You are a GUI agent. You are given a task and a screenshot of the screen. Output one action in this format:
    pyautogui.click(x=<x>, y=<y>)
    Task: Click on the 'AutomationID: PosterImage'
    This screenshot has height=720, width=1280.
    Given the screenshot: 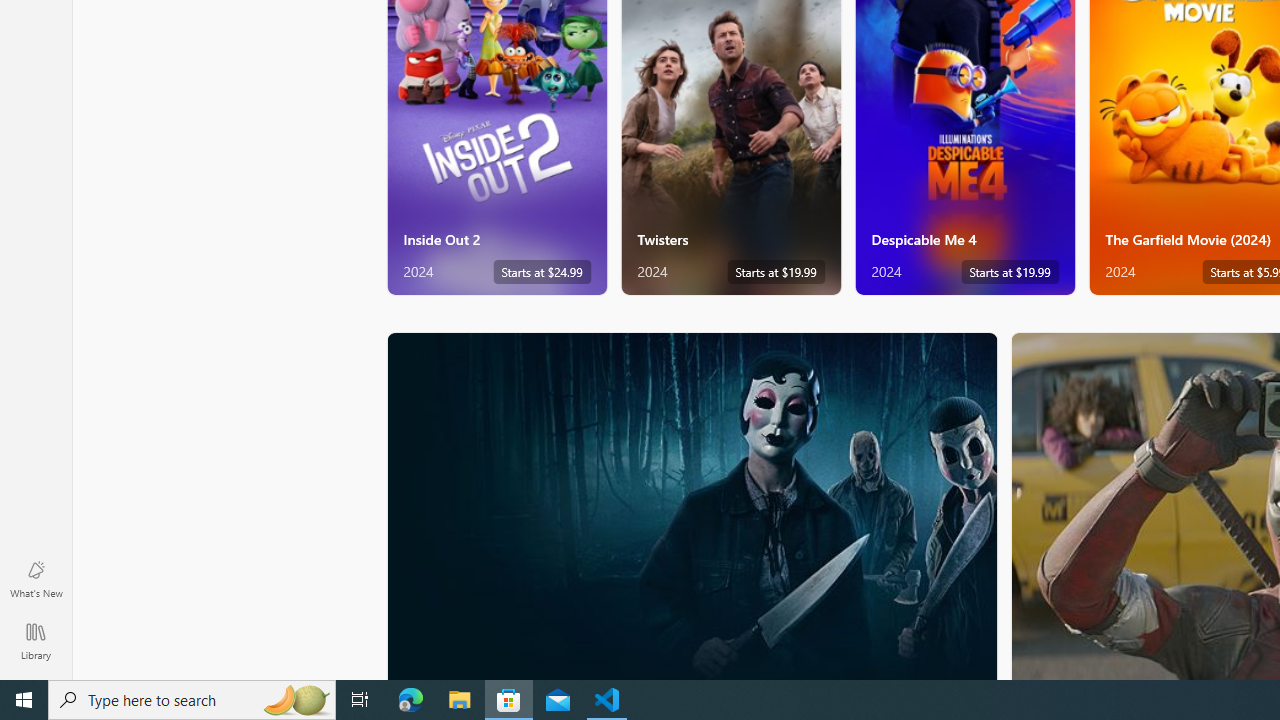 What is the action you would take?
    pyautogui.click(x=691, y=505)
    